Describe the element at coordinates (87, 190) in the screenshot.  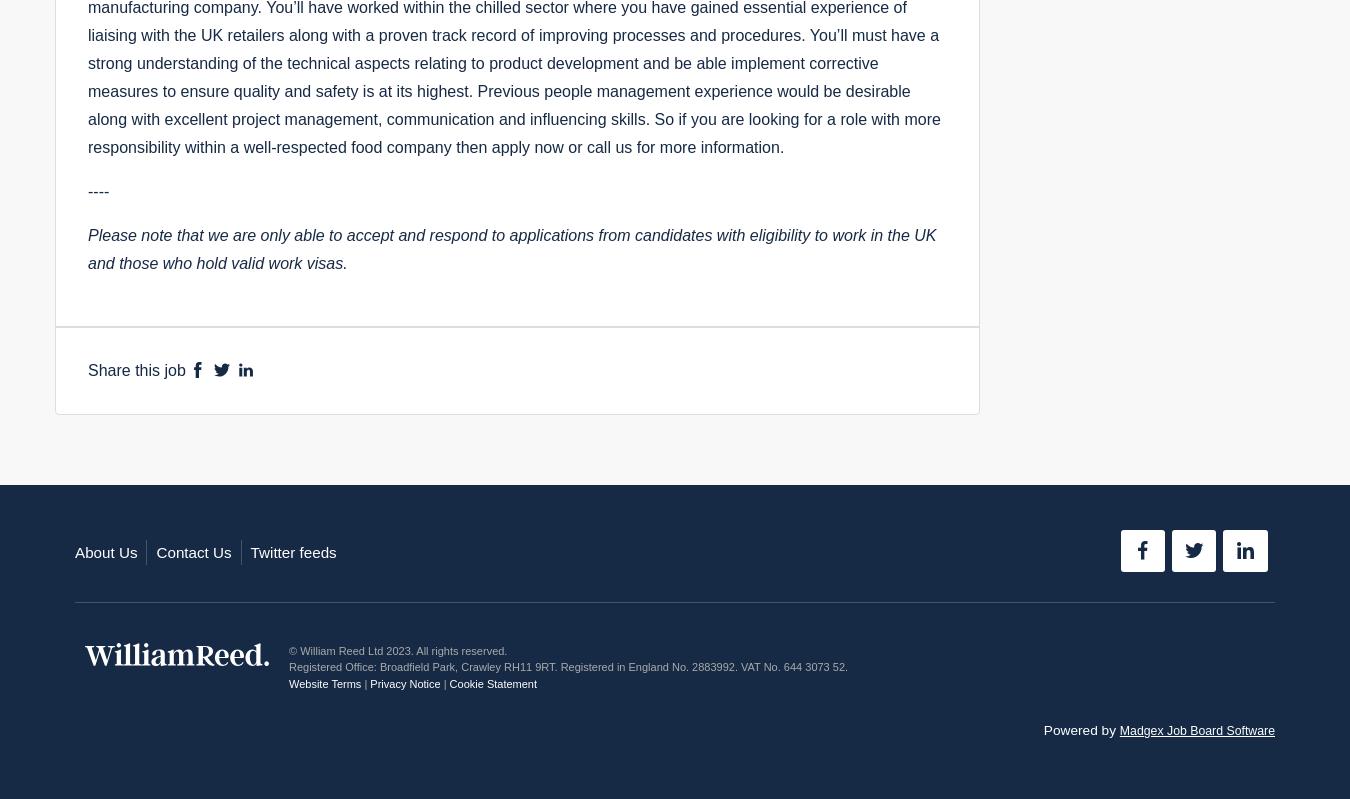
I see `'----'` at that location.